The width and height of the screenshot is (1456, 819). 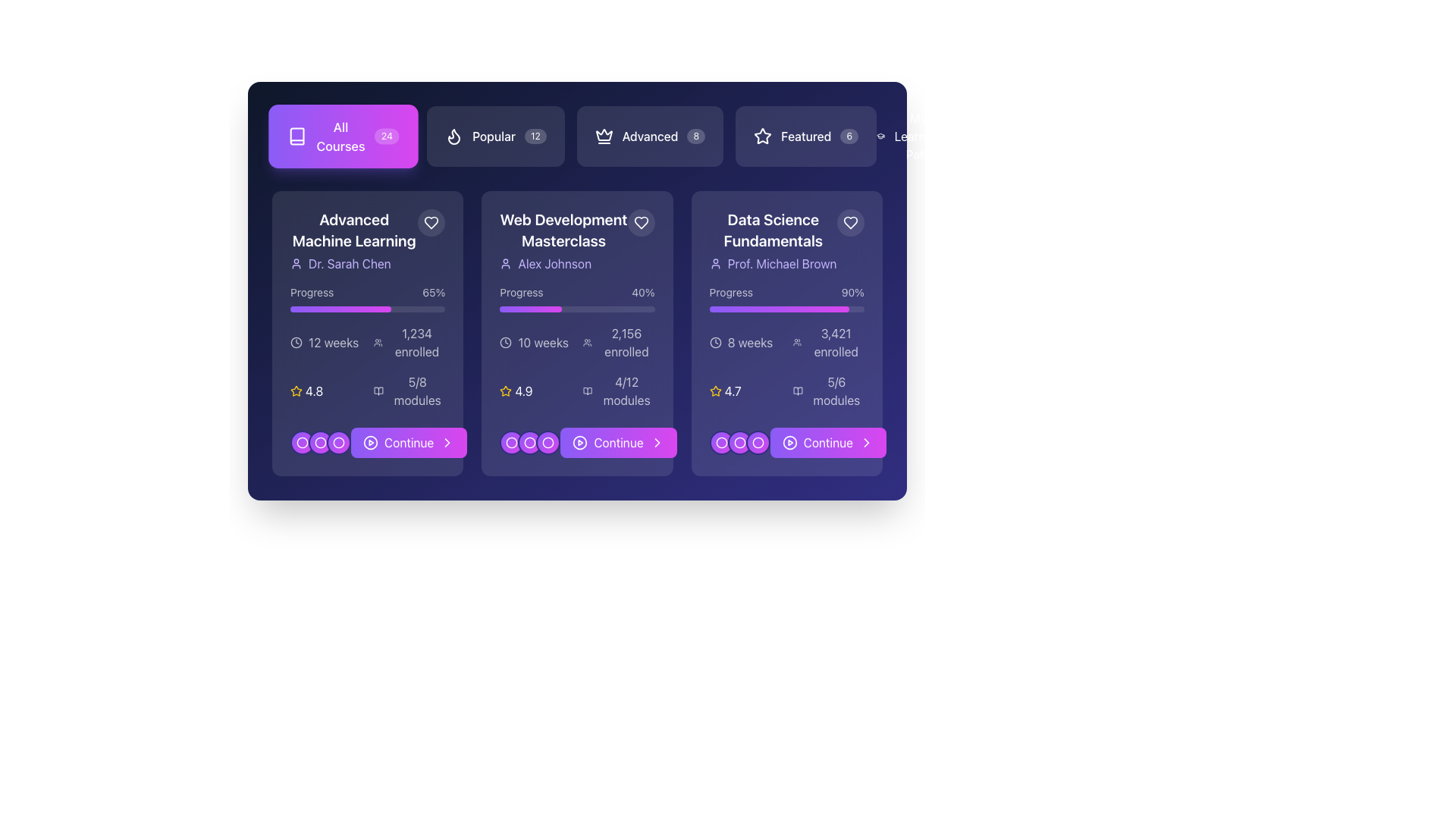 I want to click on the book icon representing the educational context of the 'Web Development Masterclass' course located at the top-left corner of the course details card, adjacent to '4/12 modules.', so click(x=587, y=391).